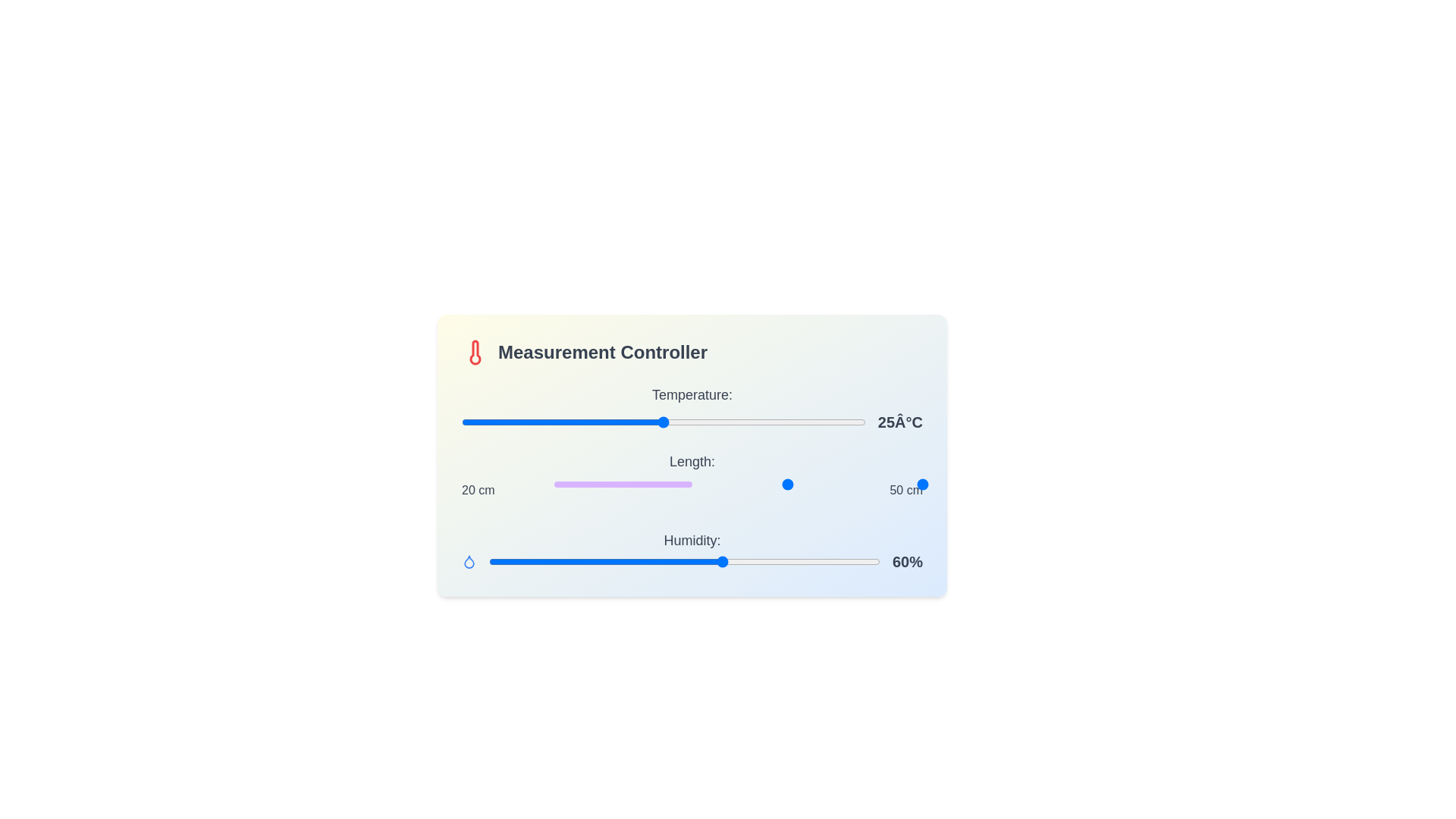 Image resolution: width=1456 pixels, height=819 pixels. Describe the element at coordinates (730, 485) in the screenshot. I see `the length` at that location.